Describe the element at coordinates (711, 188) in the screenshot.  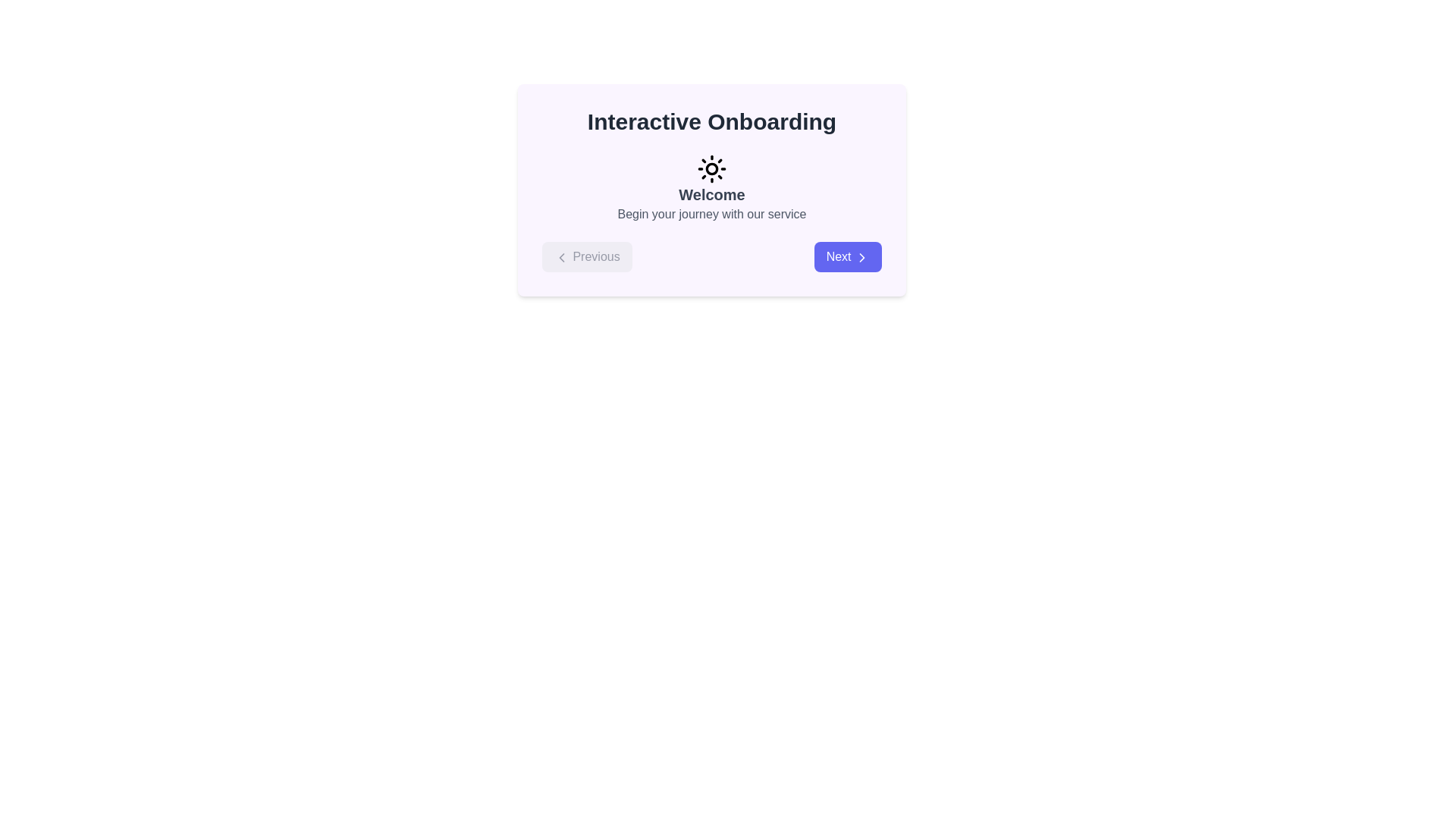
I see `the label with a sun icon that displays 'Welcome' and 'Begin your journey with our service' within the 'Interactive Onboarding' panel` at that location.